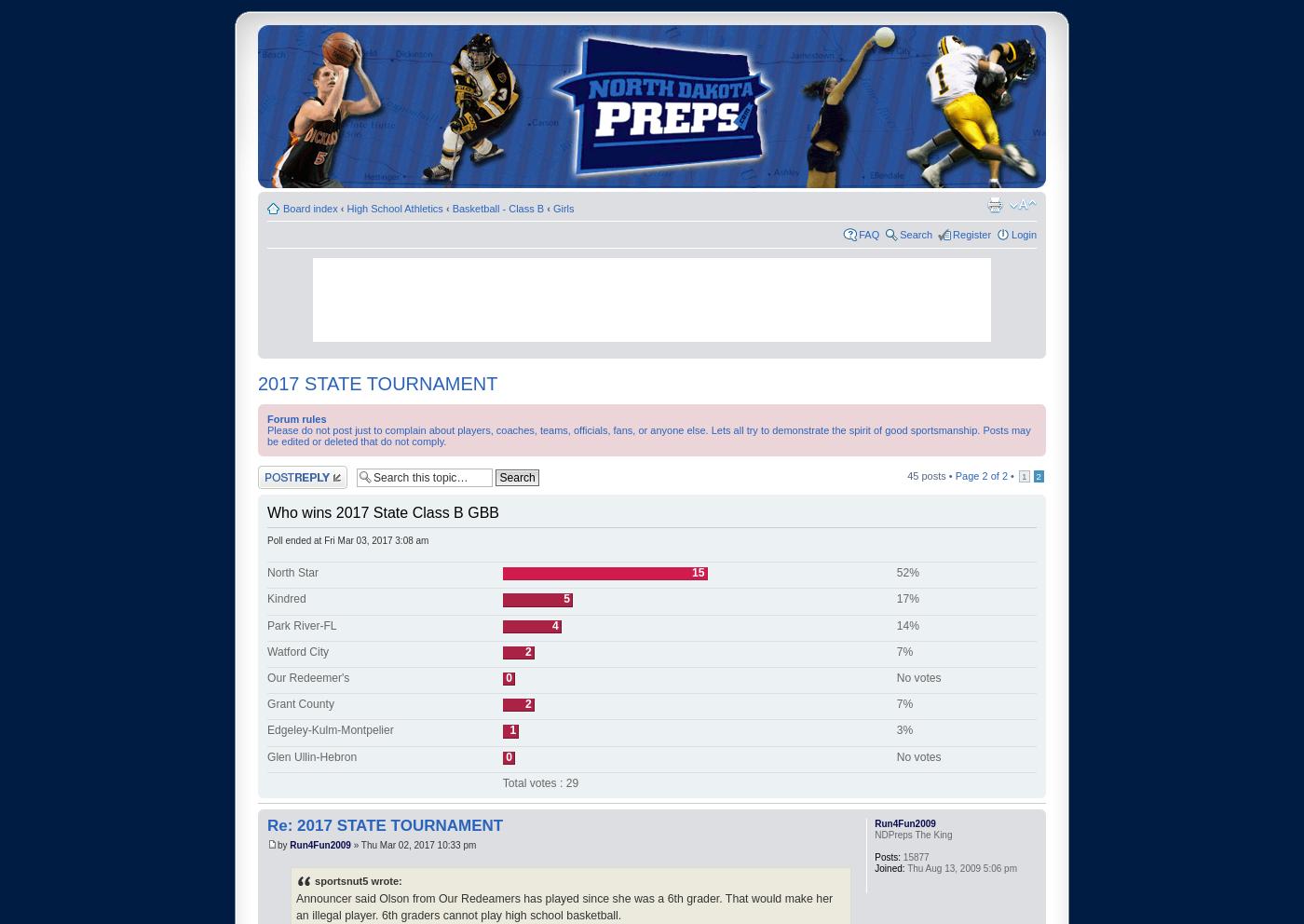  What do you see at coordinates (916, 233) in the screenshot?
I see `'Search'` at bounding box center [916, 233].